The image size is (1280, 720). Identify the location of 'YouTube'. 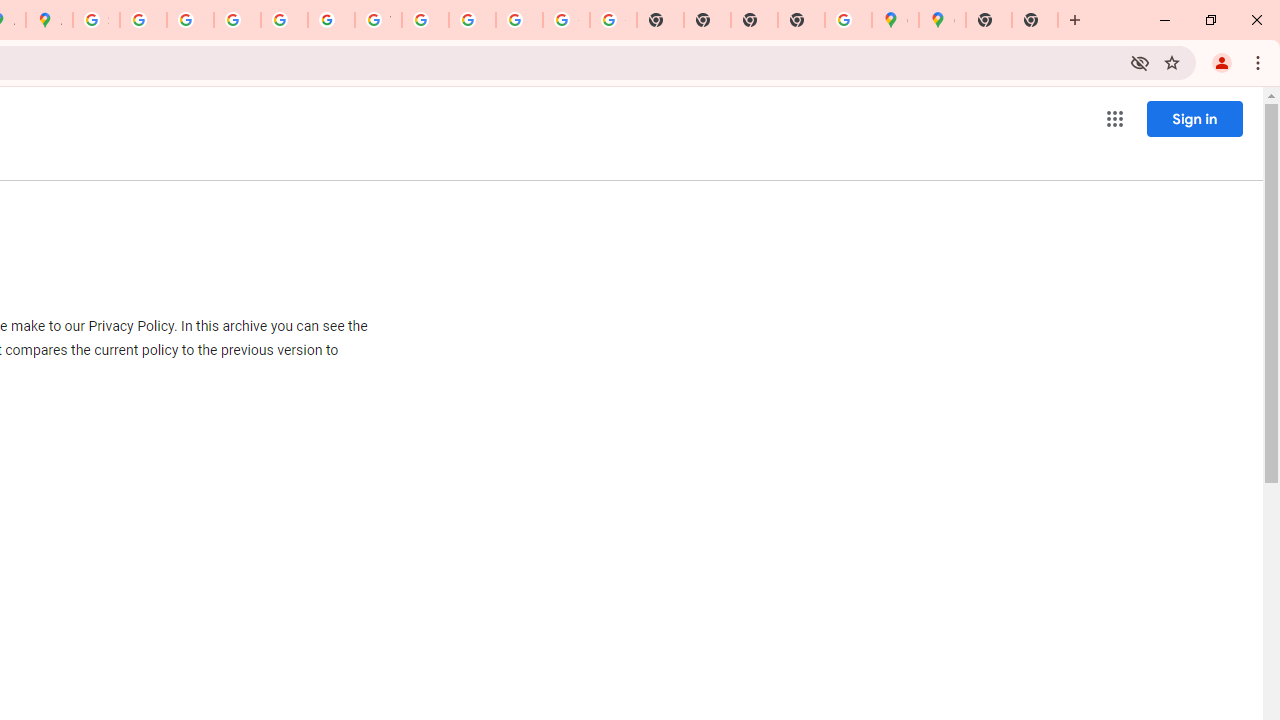
(378, 20).